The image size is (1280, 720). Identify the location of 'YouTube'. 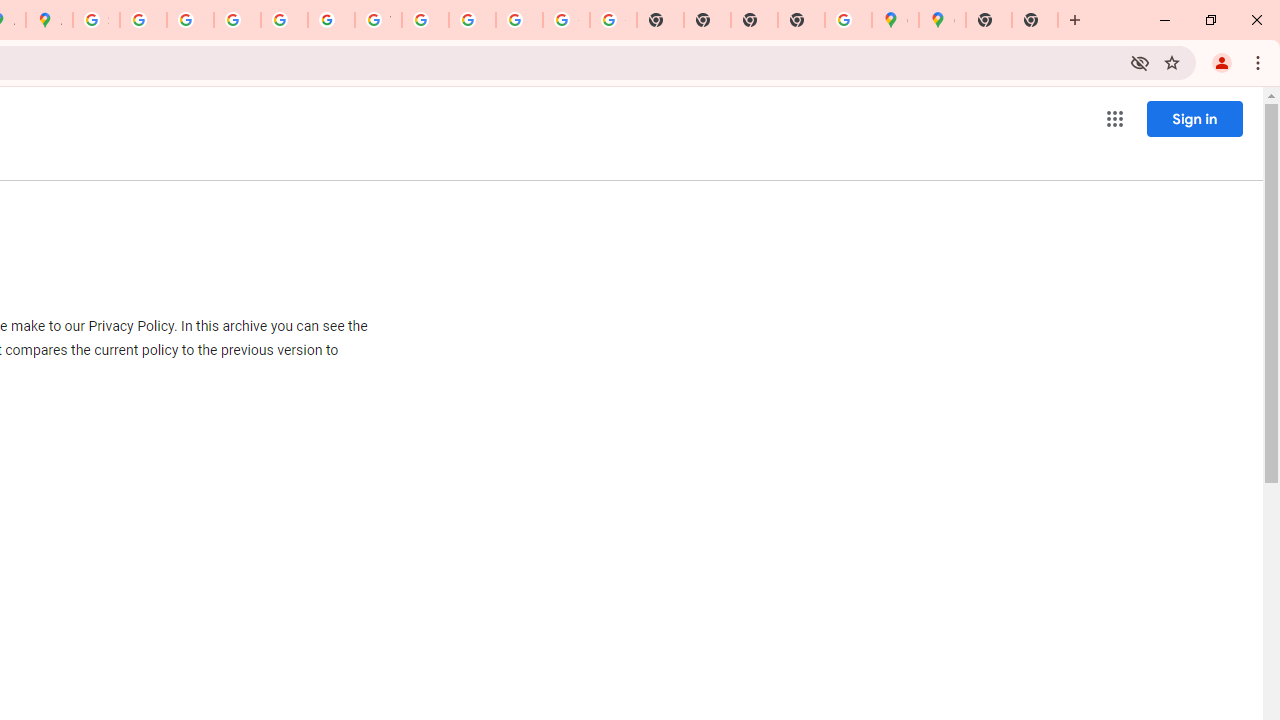
(378, 20).